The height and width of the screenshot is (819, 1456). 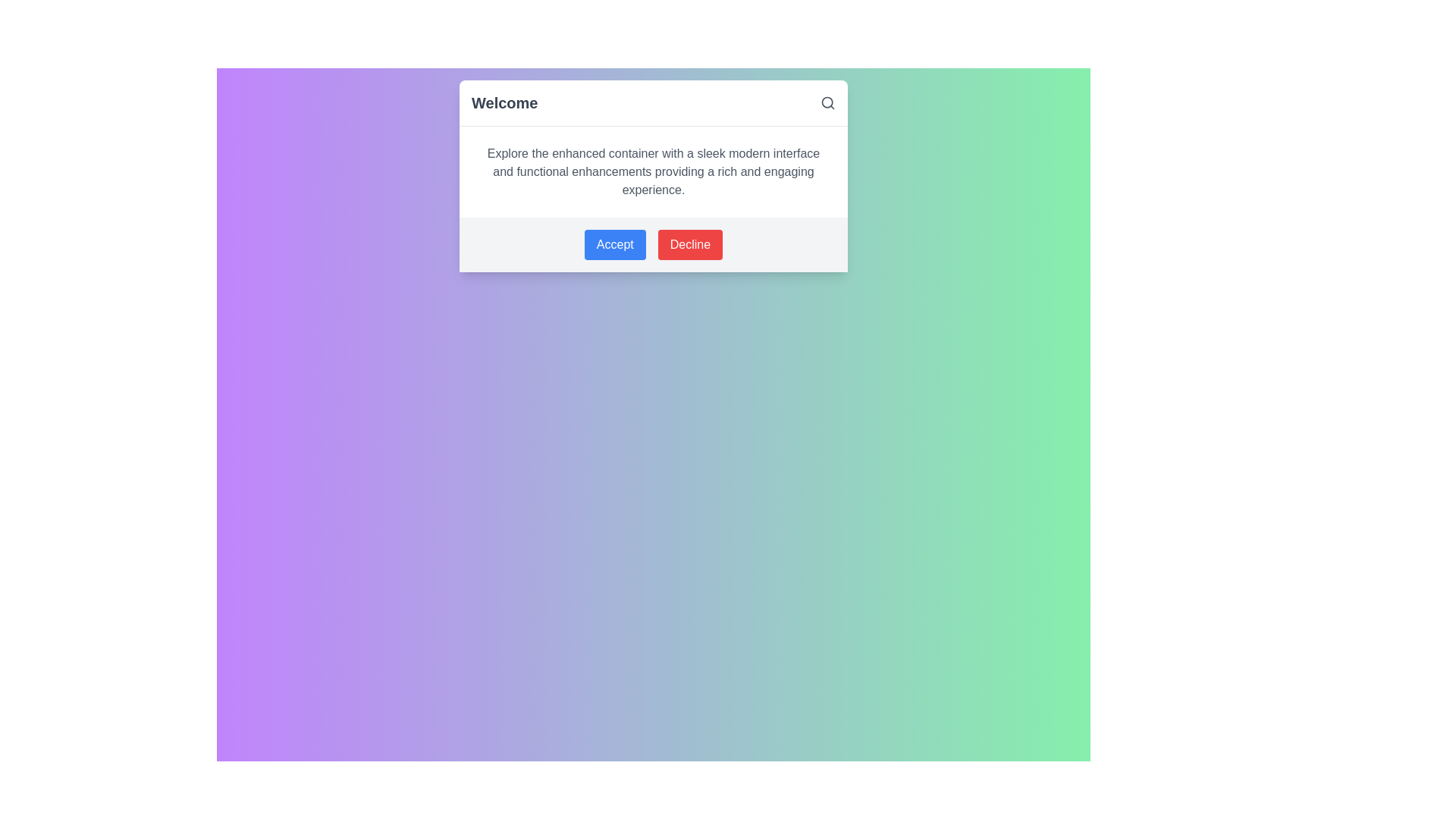 What do you see at coordinates (827, 102) in the screenshot?
I see `the search icon located in the top-right corner of the 'Welcome' section` at bounding box center [827, 102].